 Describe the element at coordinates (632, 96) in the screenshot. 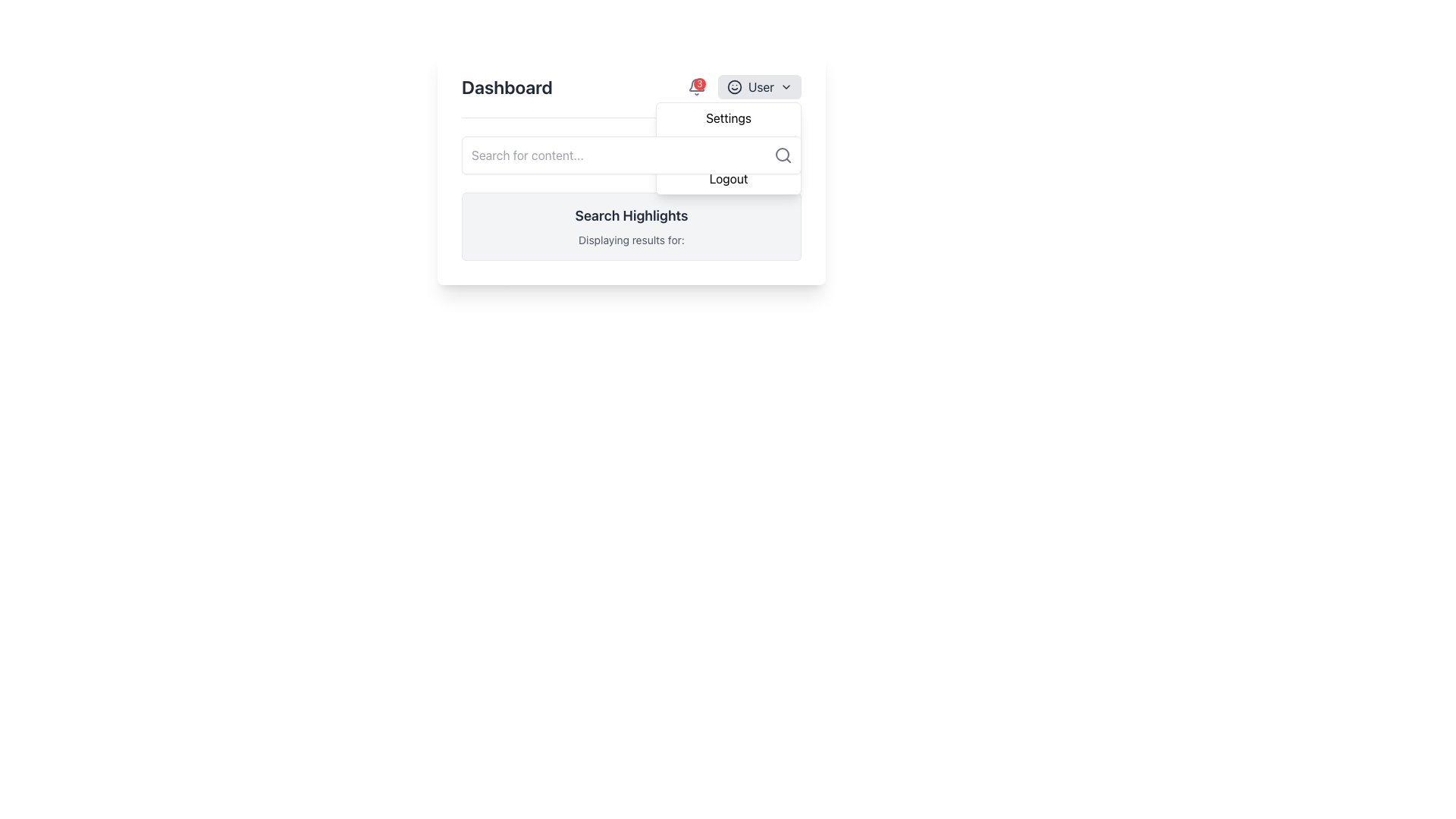

I see `the notification badge located within the navigational and status bar` at that location.